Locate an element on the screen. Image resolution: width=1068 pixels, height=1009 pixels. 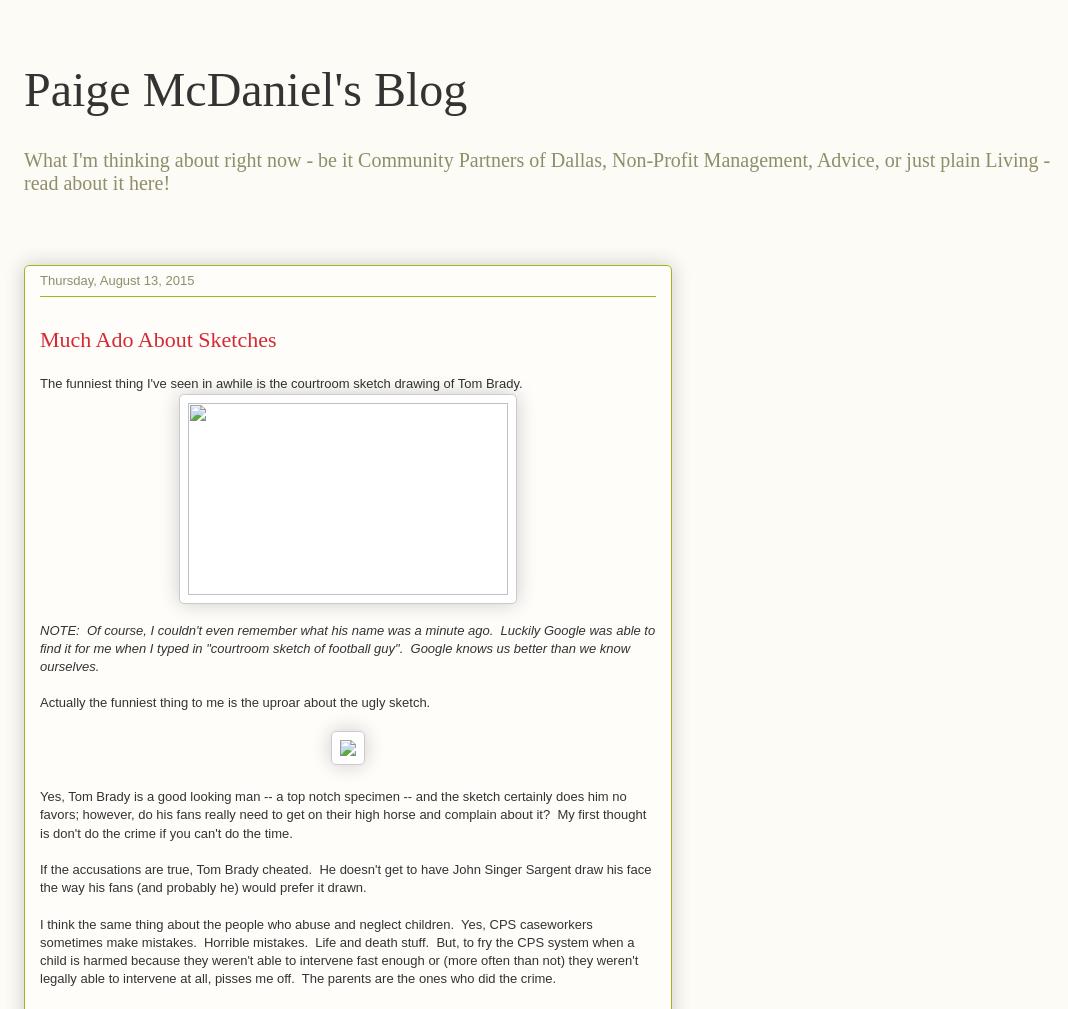
'Paige McDaniel's Blog' is located at coordinates (23, 88).